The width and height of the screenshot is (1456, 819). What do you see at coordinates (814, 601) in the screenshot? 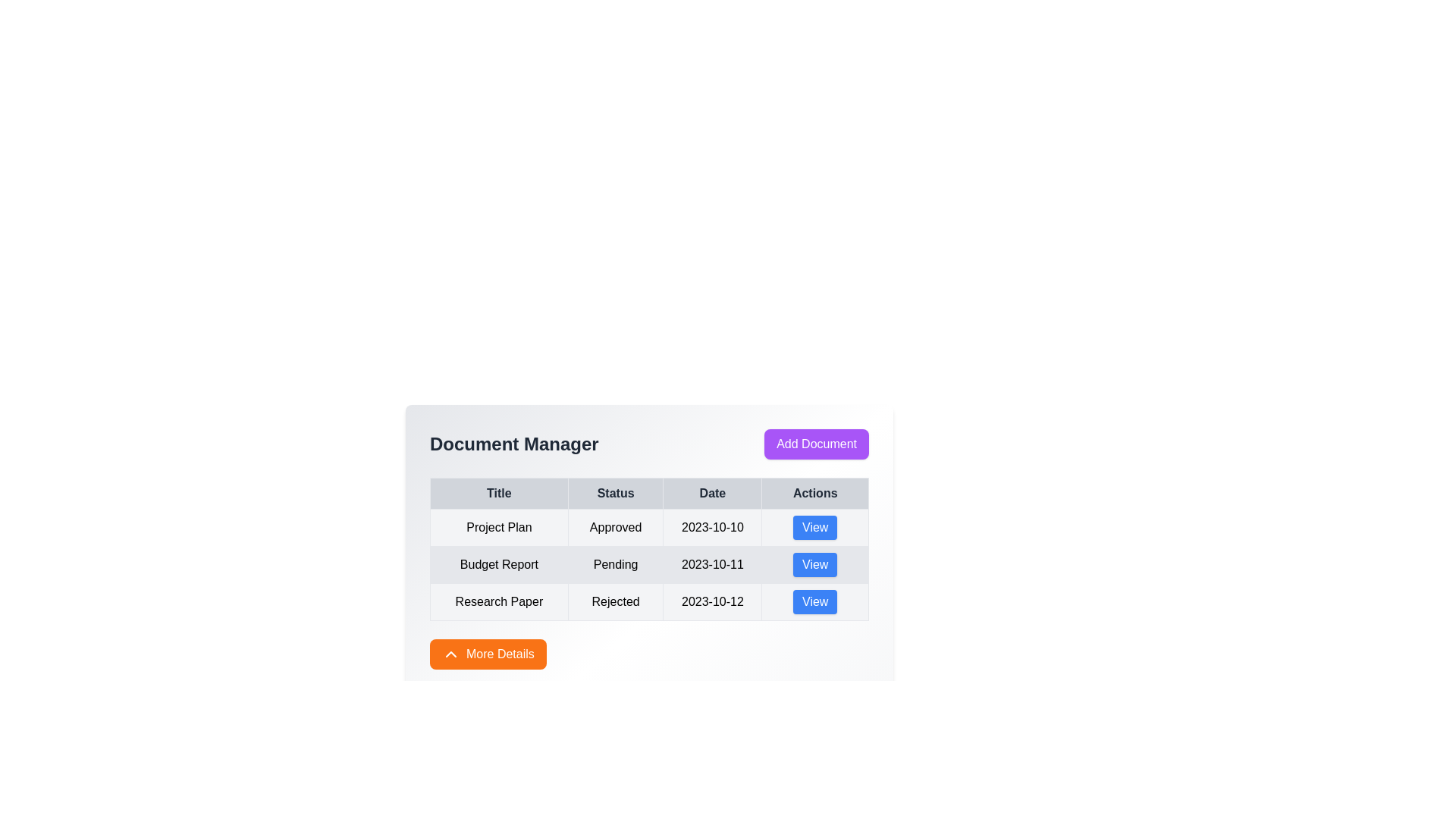
I see `the 'View' button in the 'Actions' column for the 'Research Paper' entry` at bounding box center [814, 601].